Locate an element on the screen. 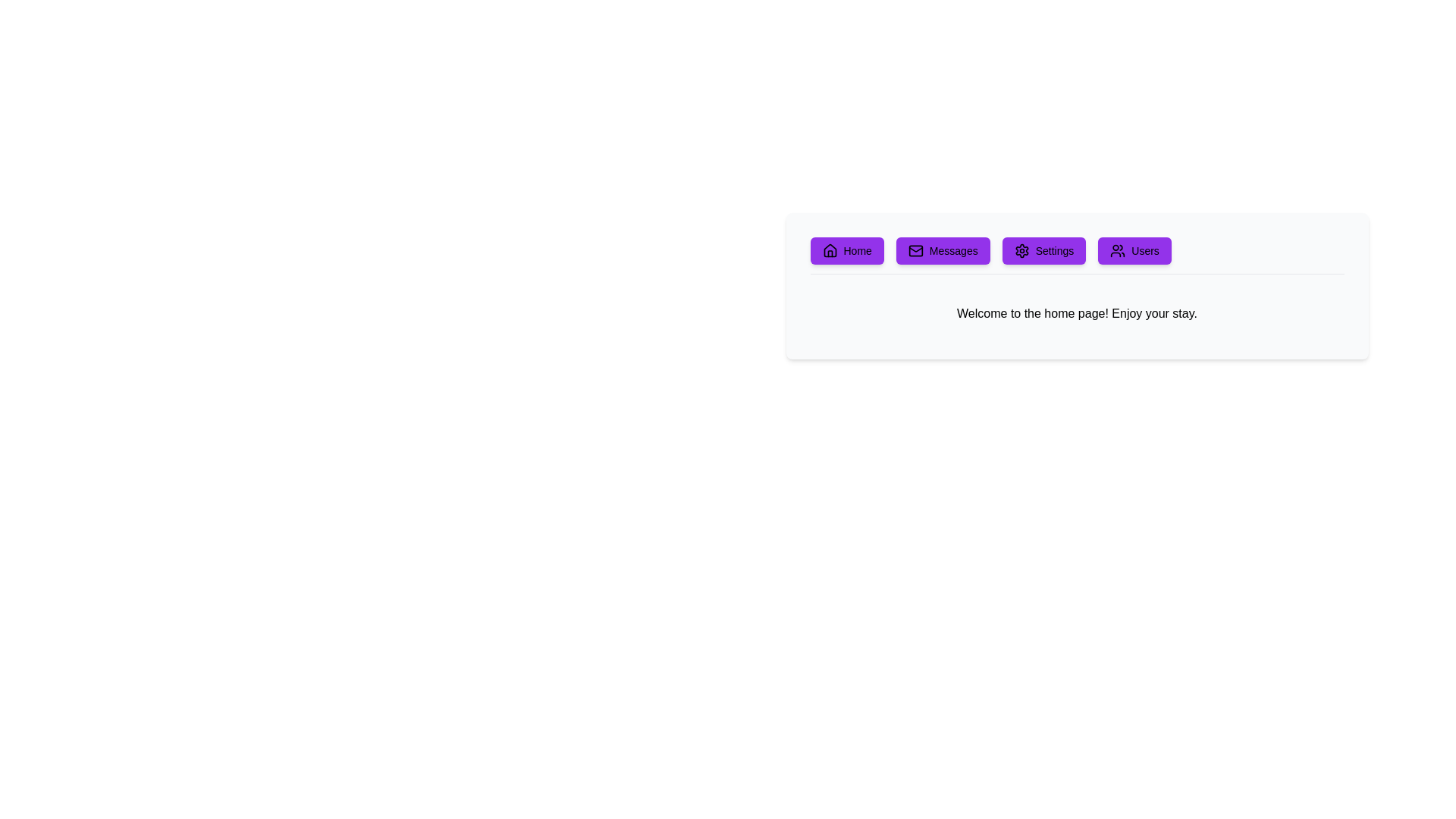 This screenshot has height=819, width=1456. the settings button which contains a purple gear icon, centrally located within the button in the horizontal navigation bar is located at coordinates (1021, 250).